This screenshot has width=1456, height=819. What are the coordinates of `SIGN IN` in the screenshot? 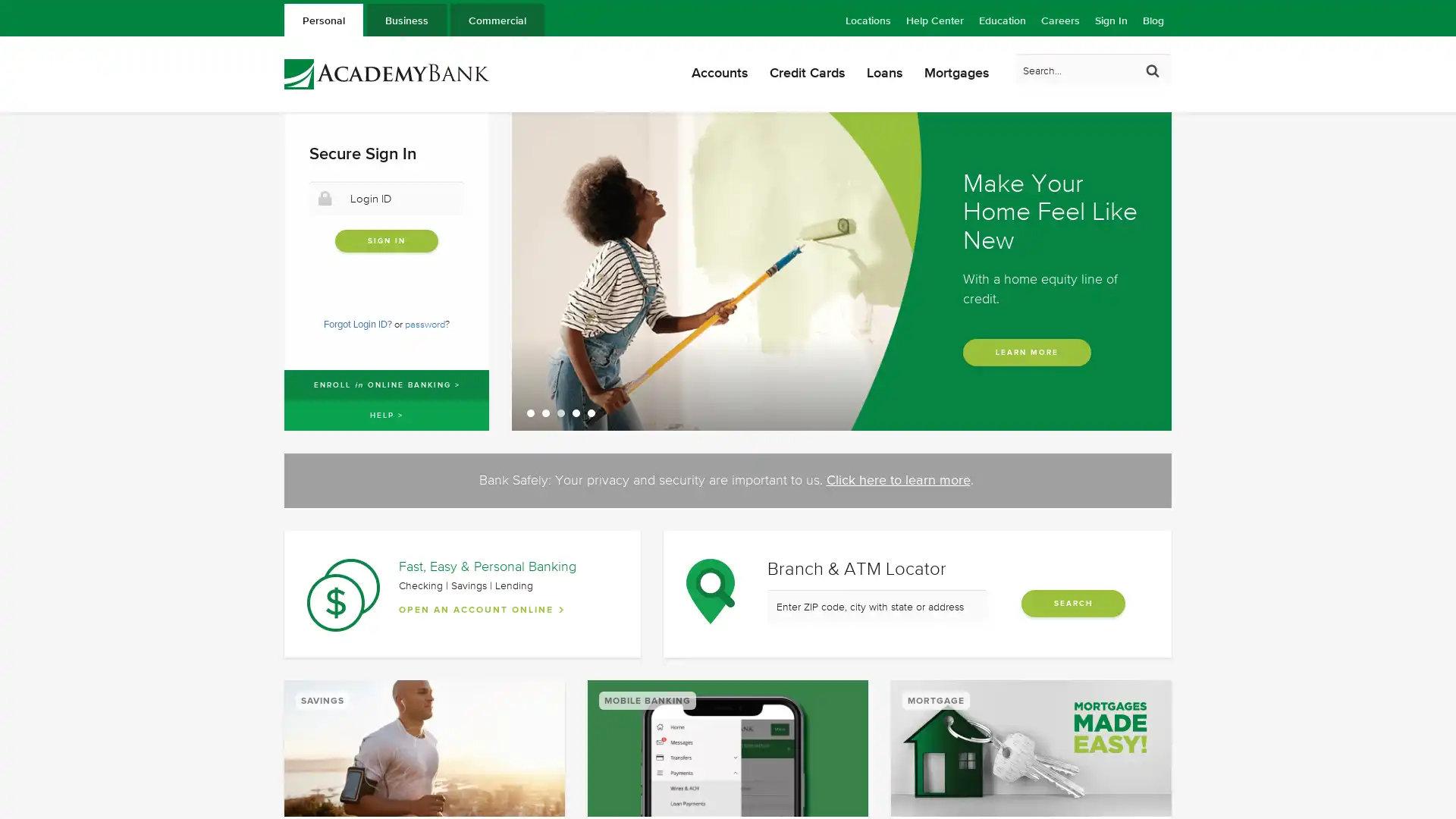 It's located at (386, 240).